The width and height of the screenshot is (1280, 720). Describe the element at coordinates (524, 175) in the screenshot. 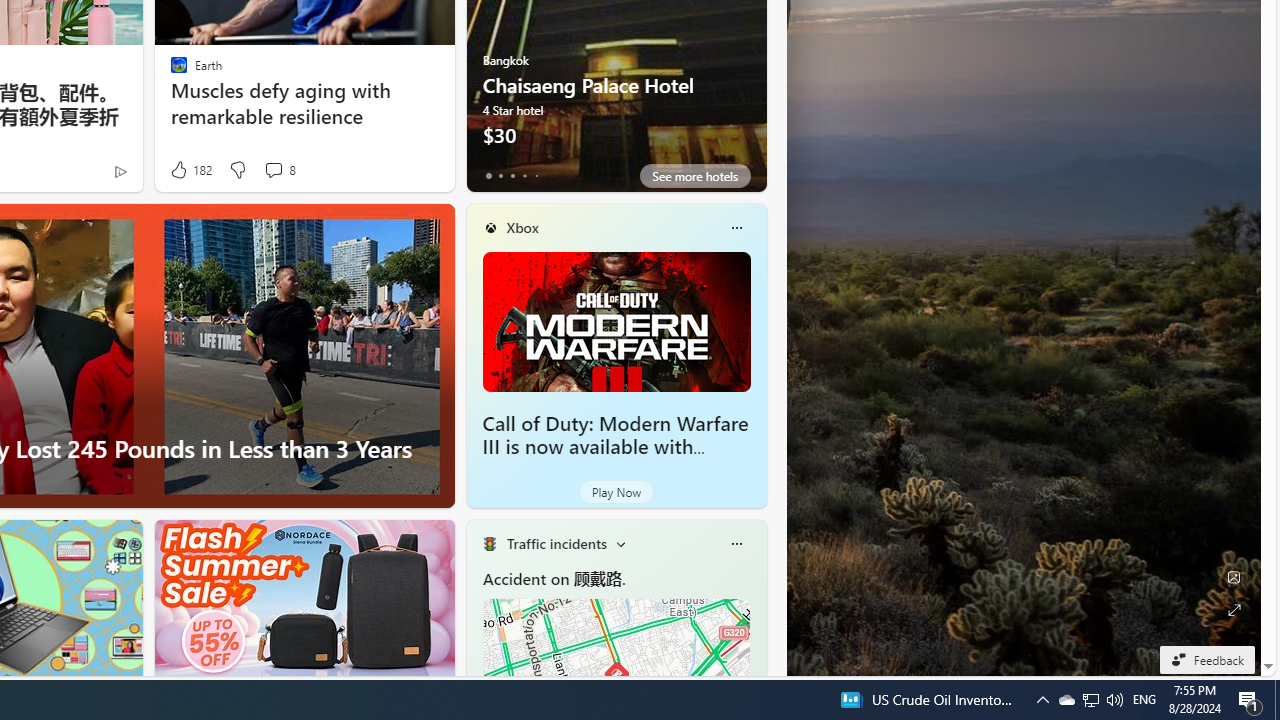

I see `'tab-3'` at that location.